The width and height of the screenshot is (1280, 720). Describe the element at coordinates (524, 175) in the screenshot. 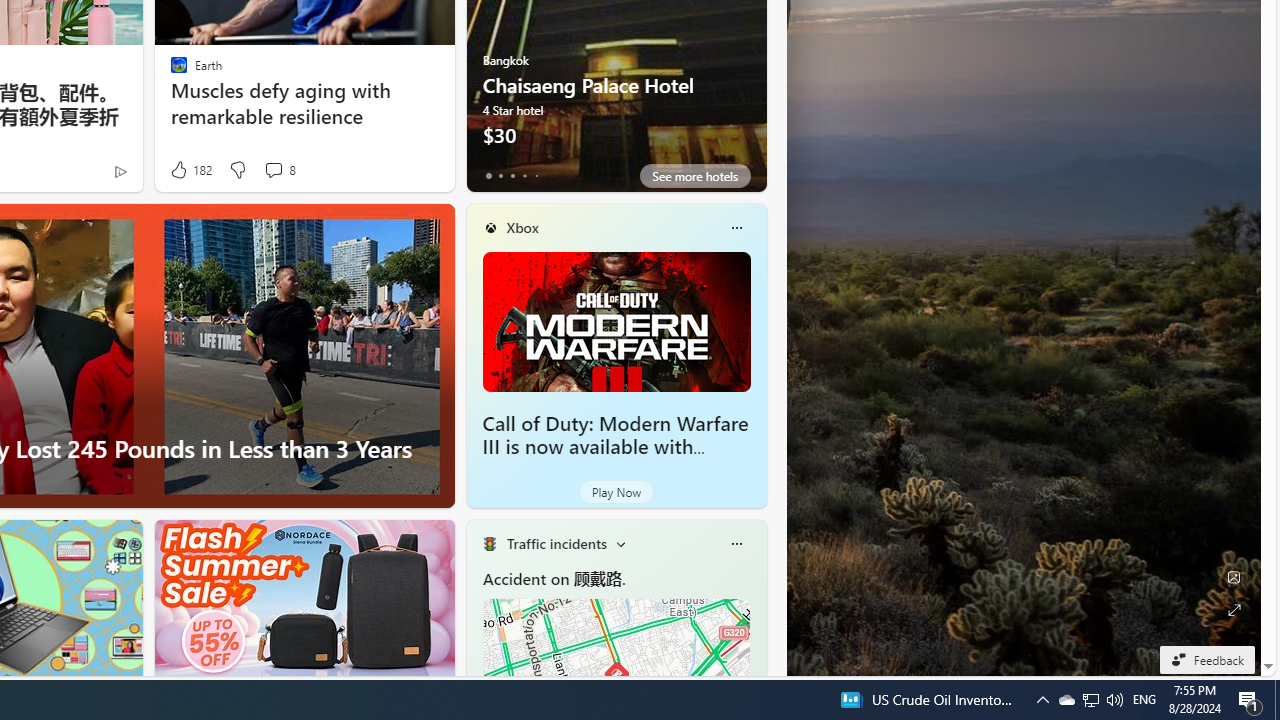

I see `'tab-3'` at that location.